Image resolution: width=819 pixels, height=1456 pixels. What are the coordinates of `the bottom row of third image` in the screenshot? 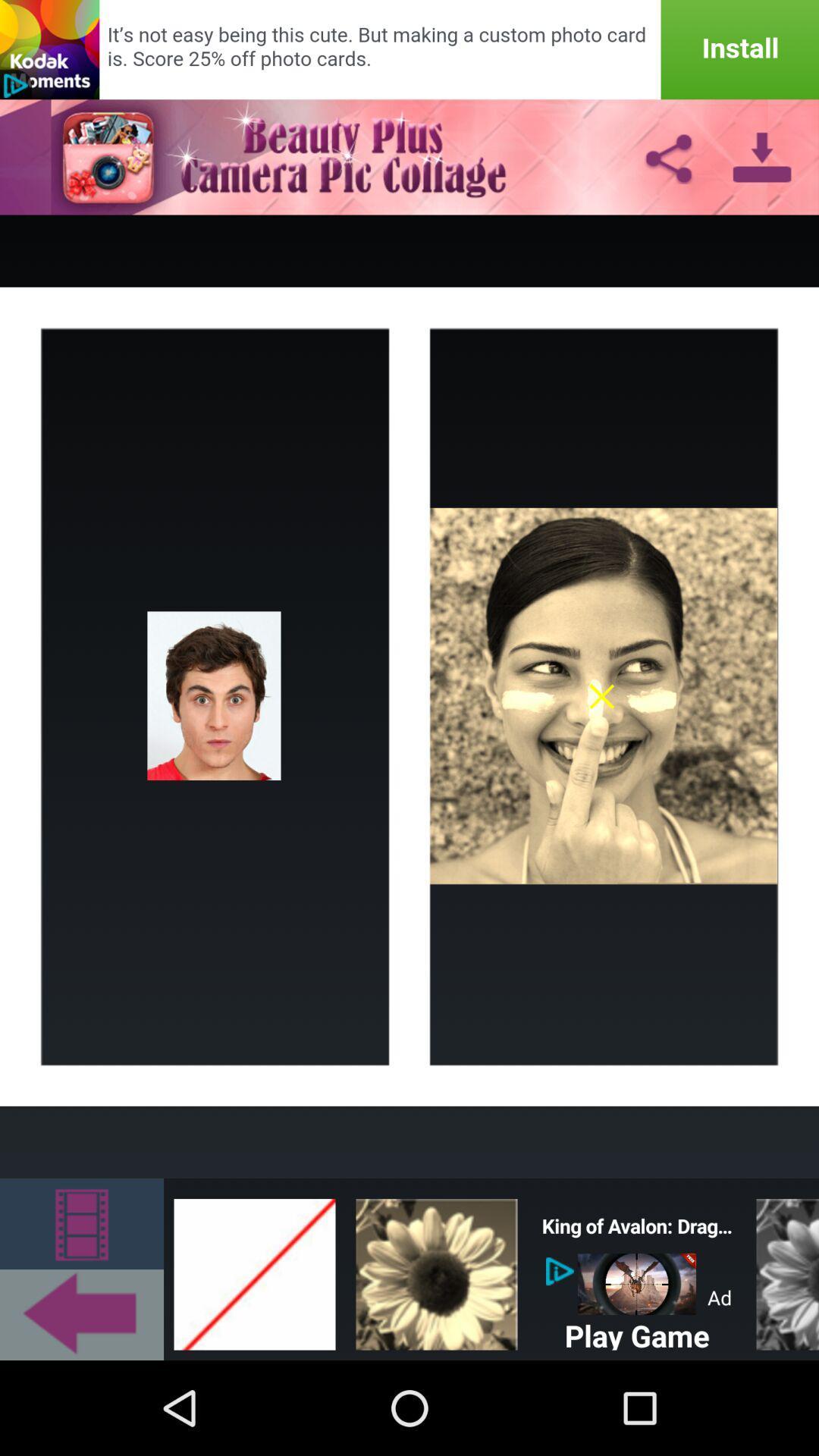 It's located at (436, 1269).